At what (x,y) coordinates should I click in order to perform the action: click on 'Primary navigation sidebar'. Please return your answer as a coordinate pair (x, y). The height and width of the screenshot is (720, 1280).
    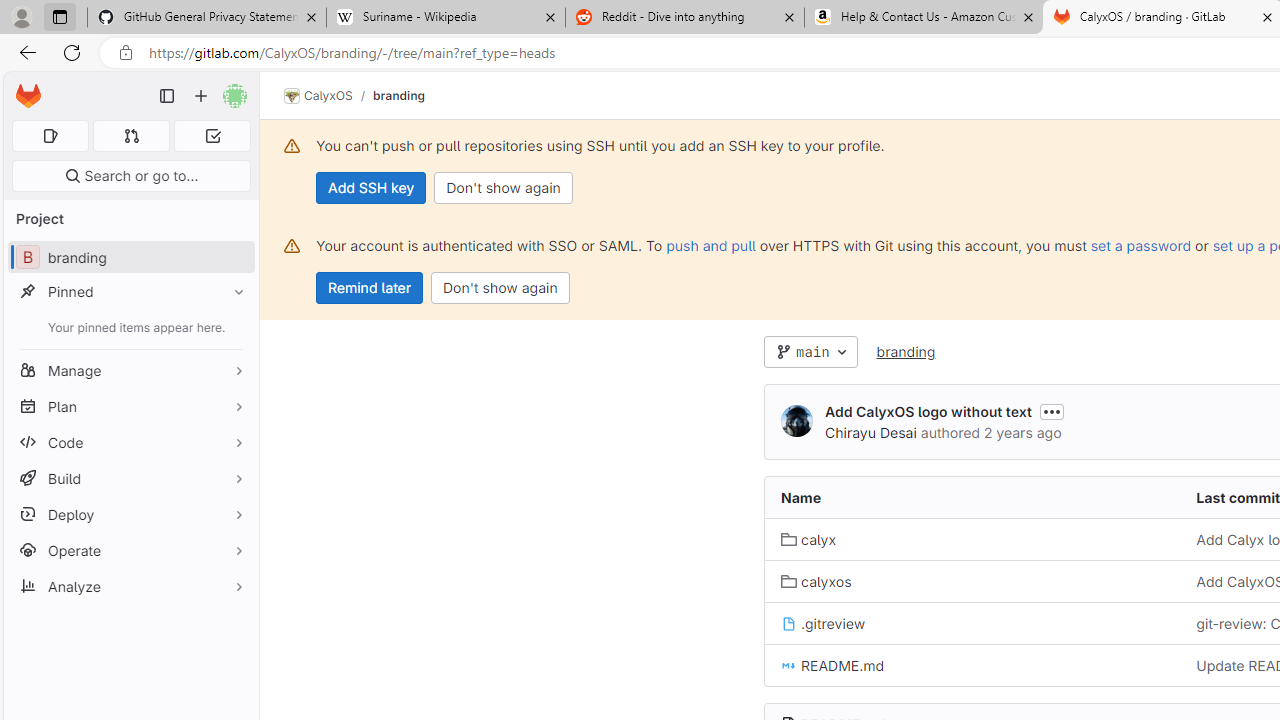
    Looking at the image, I should click on (167, 96).